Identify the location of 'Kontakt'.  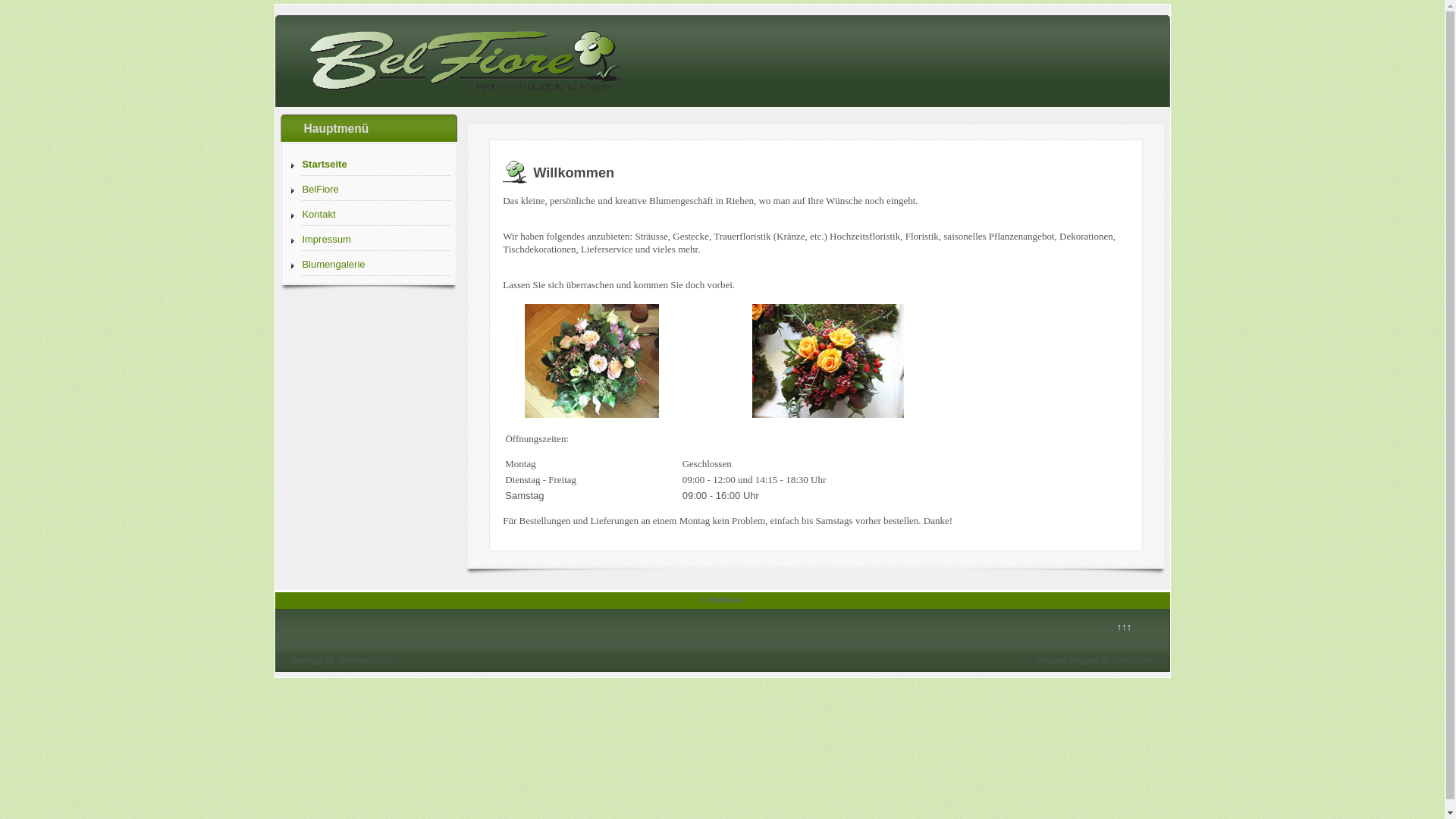
(375, 215).